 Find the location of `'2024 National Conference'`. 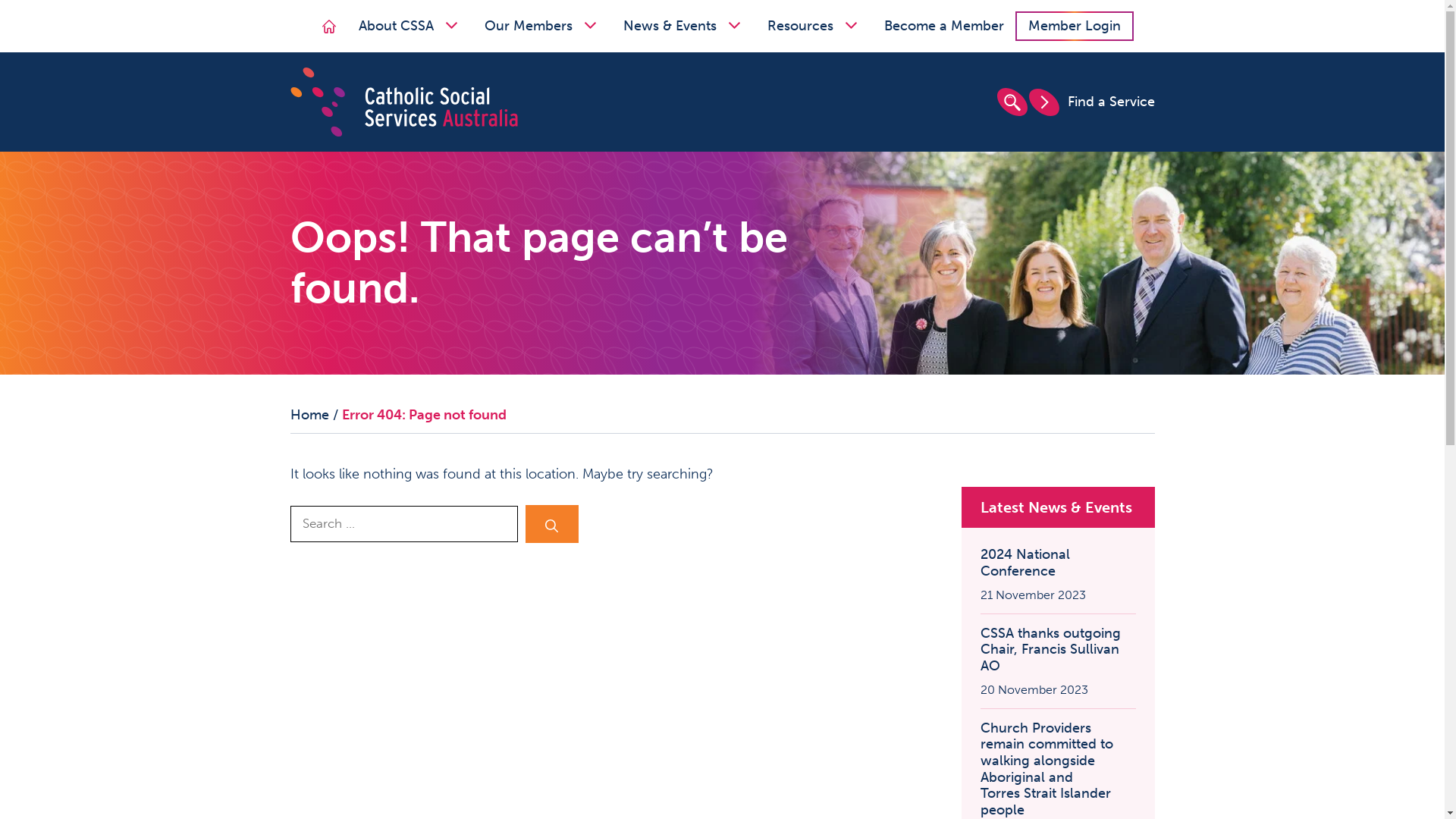

'2024 National Conference' is located at coordinates (1056, 563).